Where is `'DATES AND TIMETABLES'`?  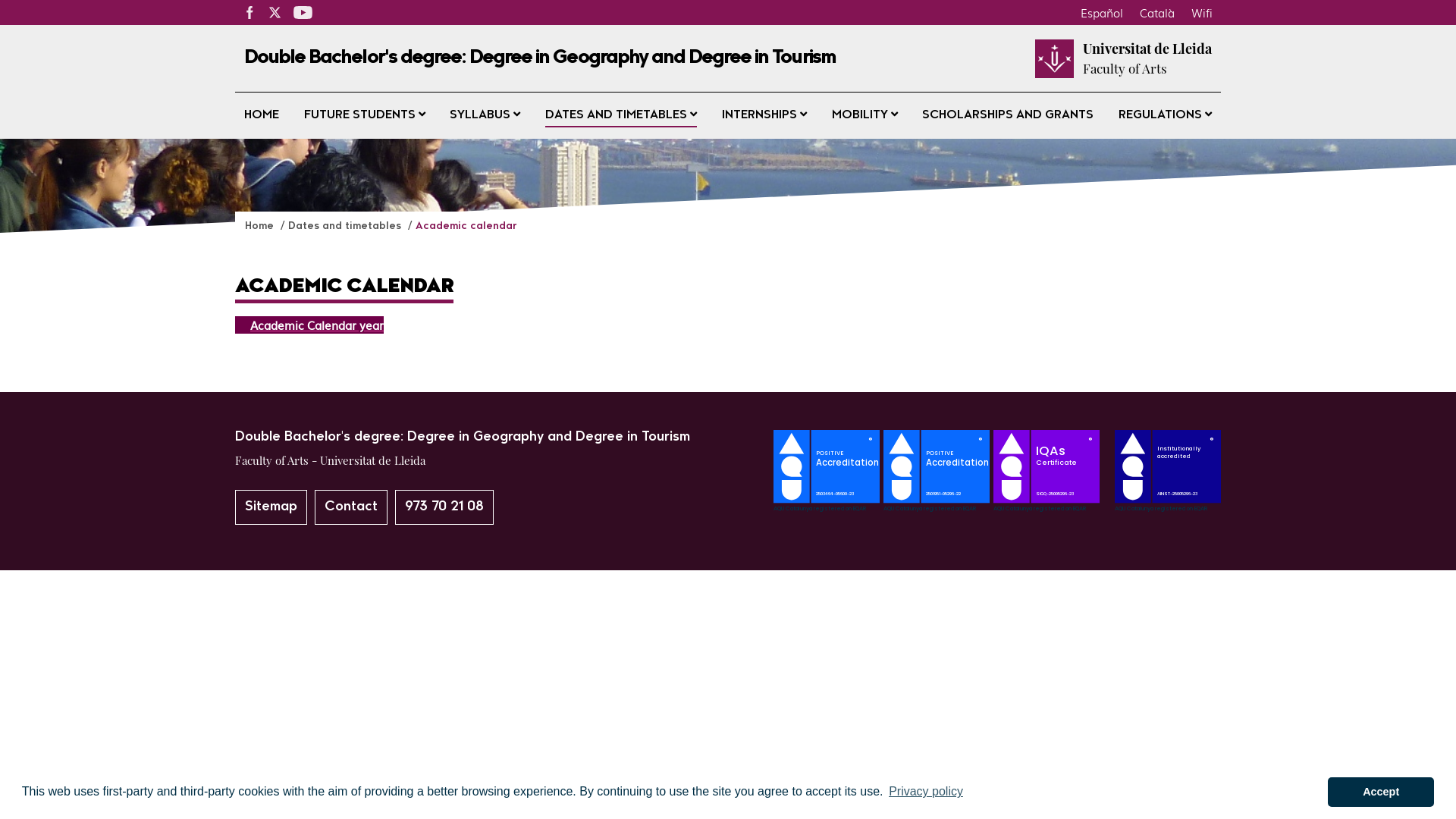
'DATES AND TIMETABLES' is located at coordinates (621, 115).